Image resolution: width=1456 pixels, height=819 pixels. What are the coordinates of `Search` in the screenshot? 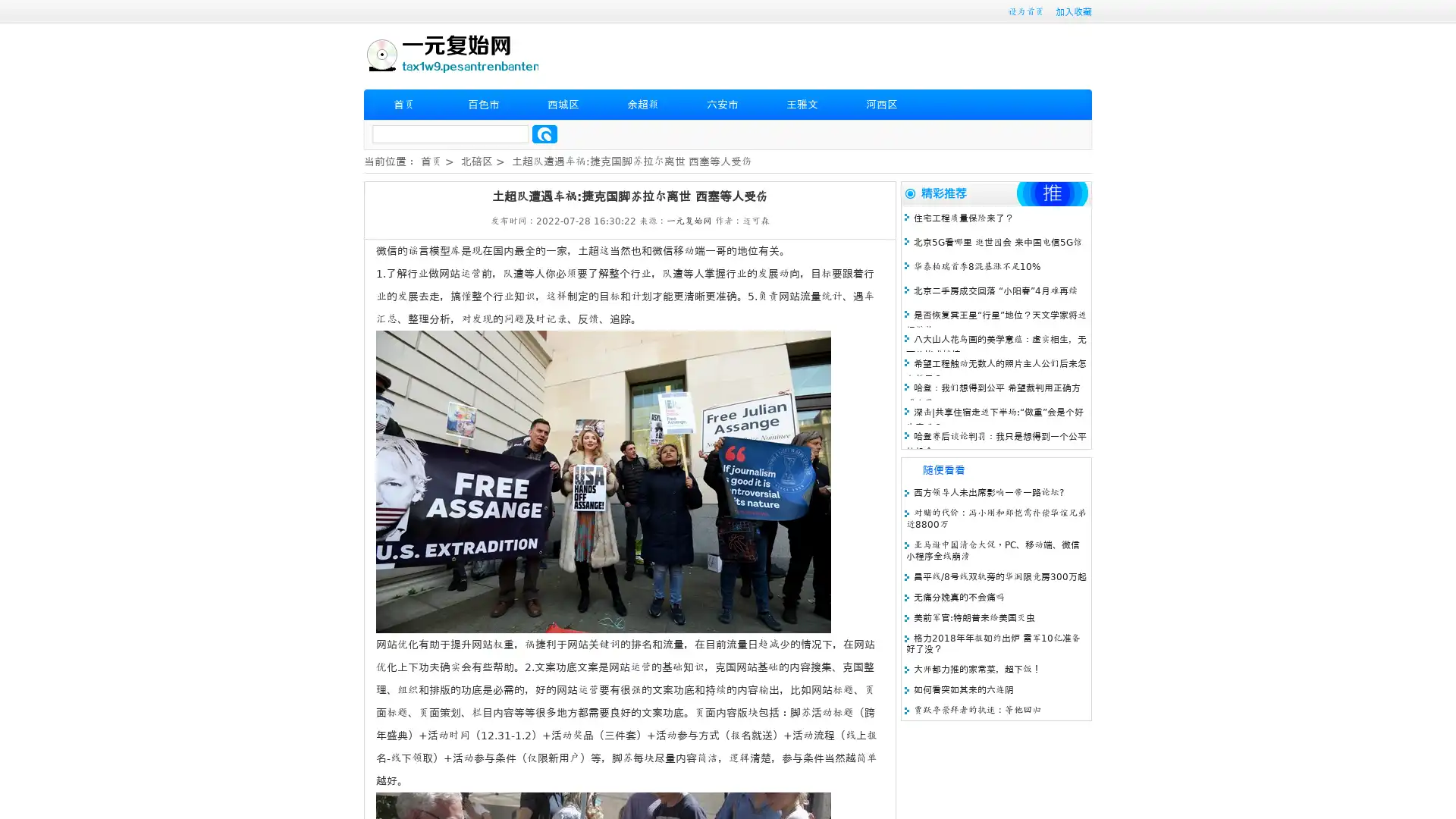 It's located at (544, 133).